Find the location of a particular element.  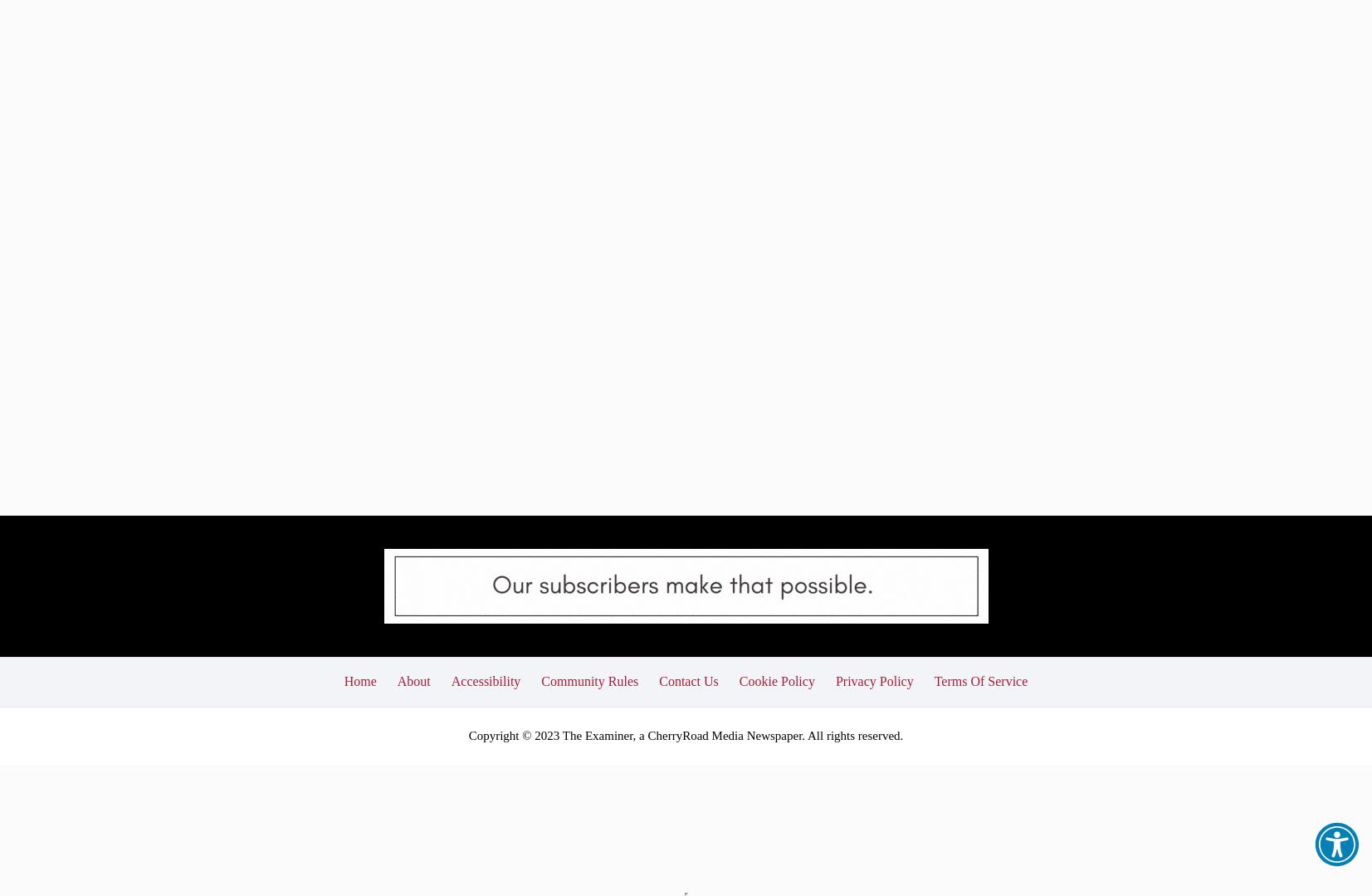

'Accessibility' is located at coordinates (484, 565).